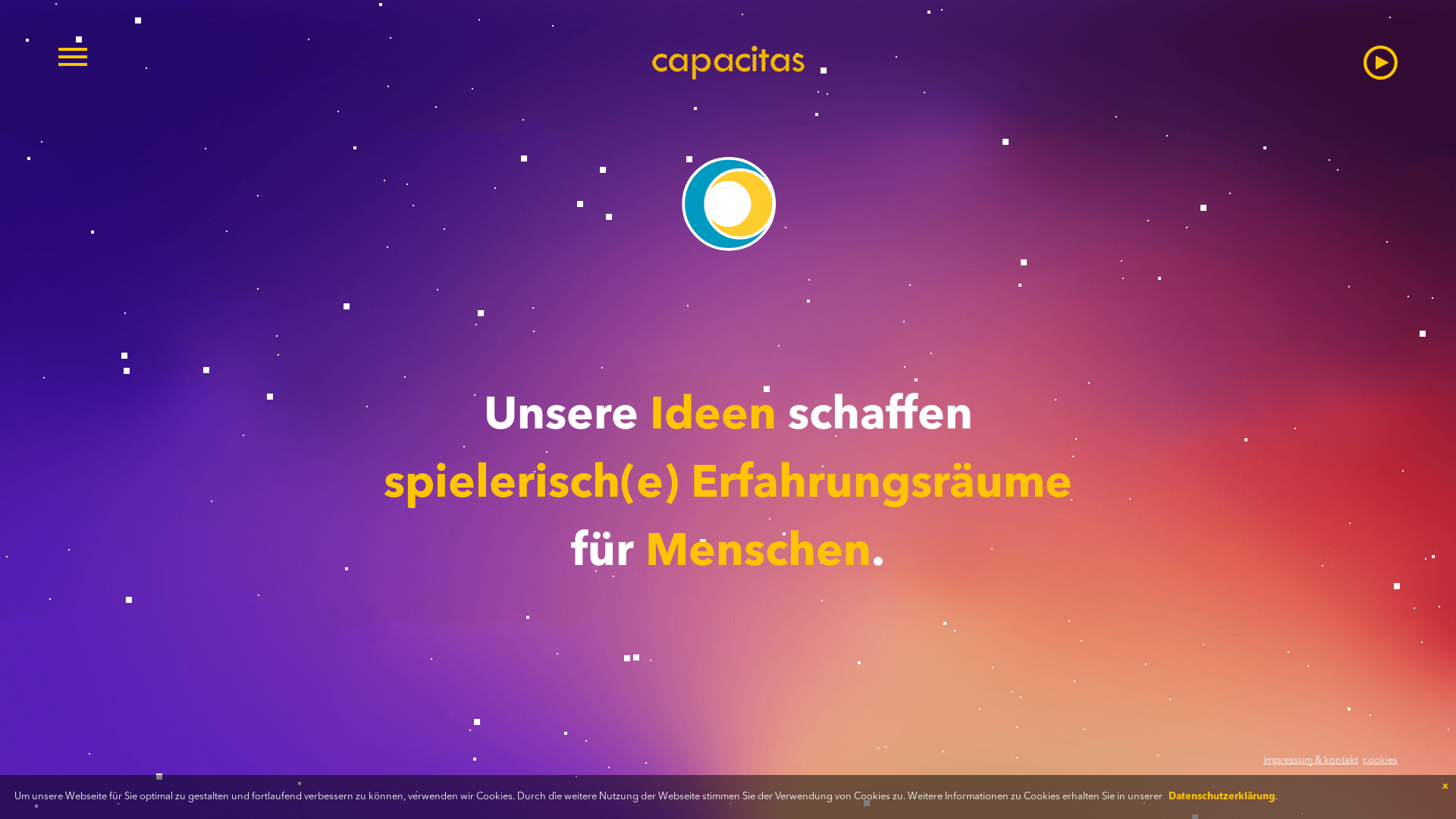 Image resolution: width=1456 pixels, height=819 pixels. What do you see at coordinates (1362, 760) in the screenshot?
I see `'cookies'` at bounding box center [1362, 760].